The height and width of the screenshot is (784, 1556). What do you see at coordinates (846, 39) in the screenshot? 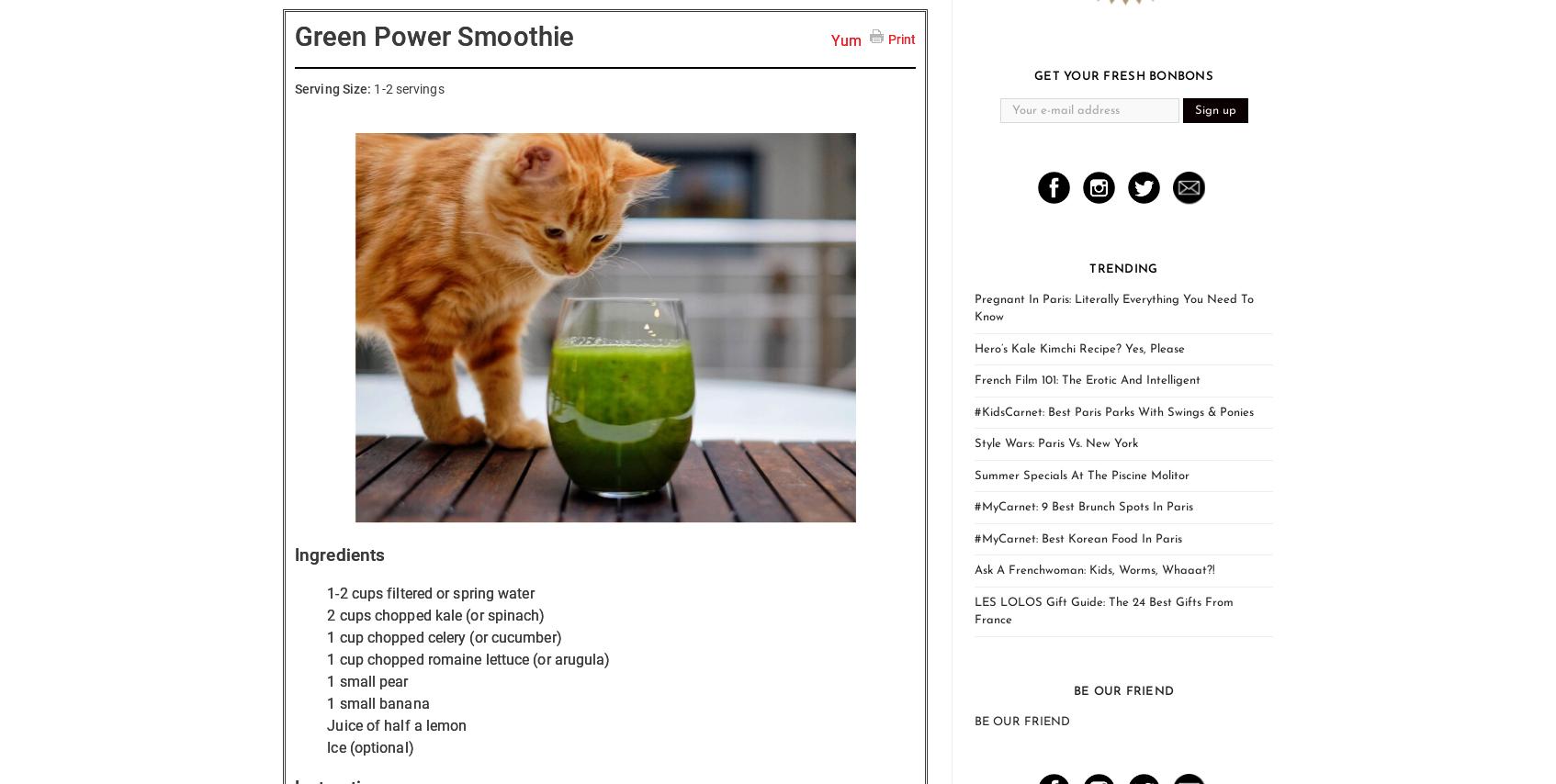
I see `'Yum'` at bounding box center [846, 39].